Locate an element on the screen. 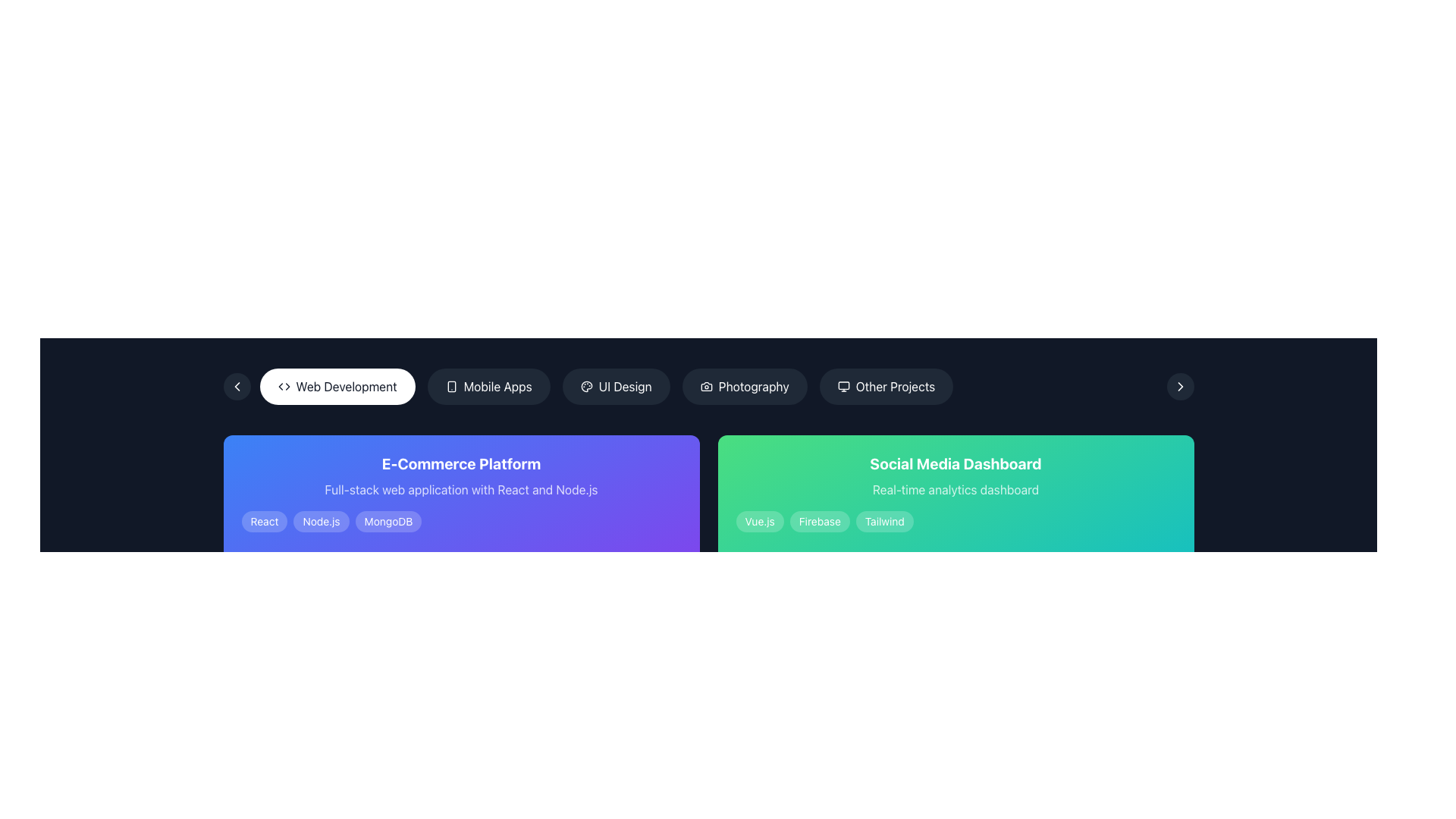 The width and height of the screenshot is (1456, 819). the first badge labeled 'React' which indicates a technology stack associated with the 'E-Commerce Platform' is located at coordinates (265, 520).